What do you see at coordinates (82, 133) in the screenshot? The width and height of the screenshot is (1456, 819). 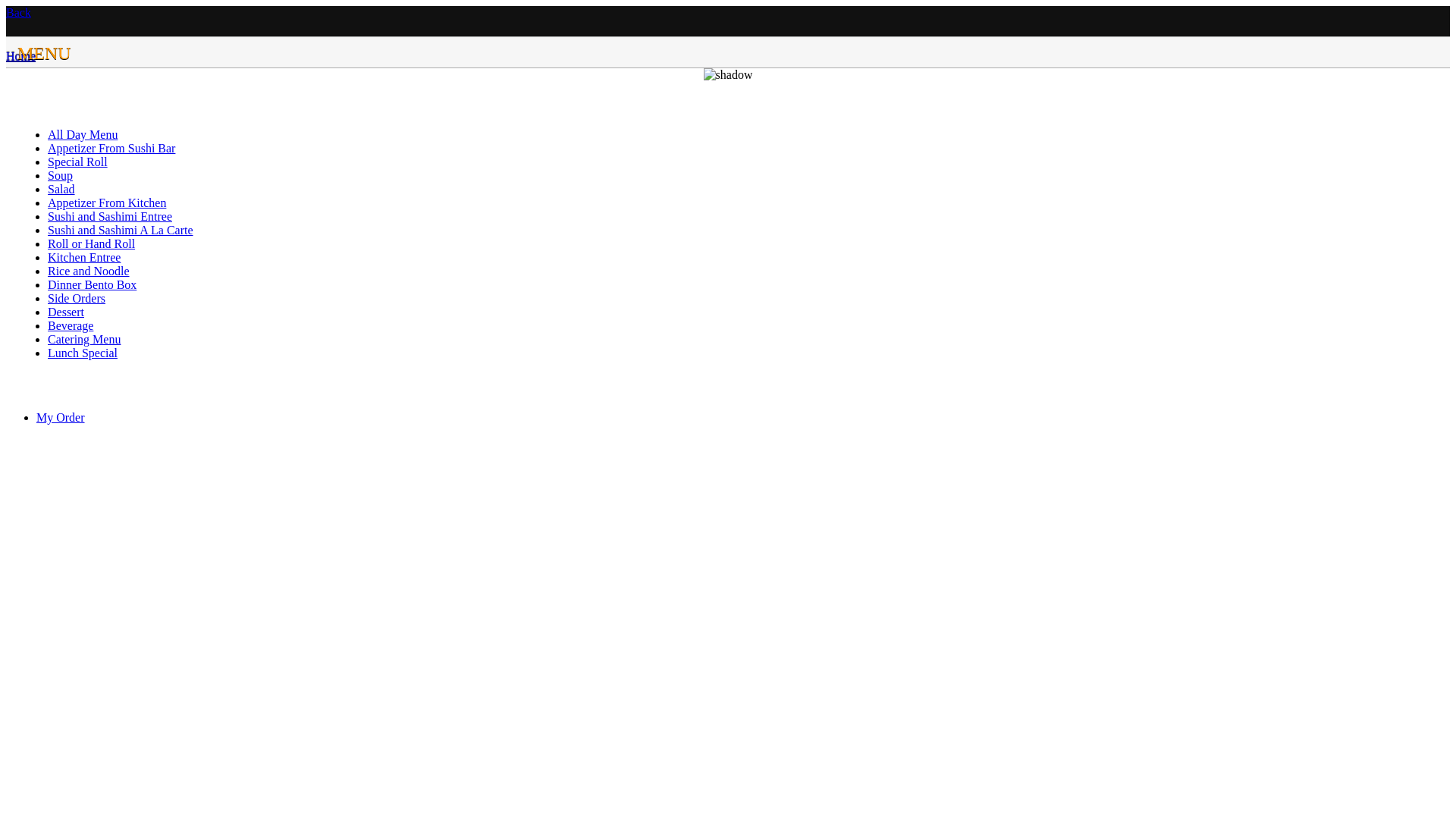 I see `'All Day Menu'` at bounding box center [82, 133].